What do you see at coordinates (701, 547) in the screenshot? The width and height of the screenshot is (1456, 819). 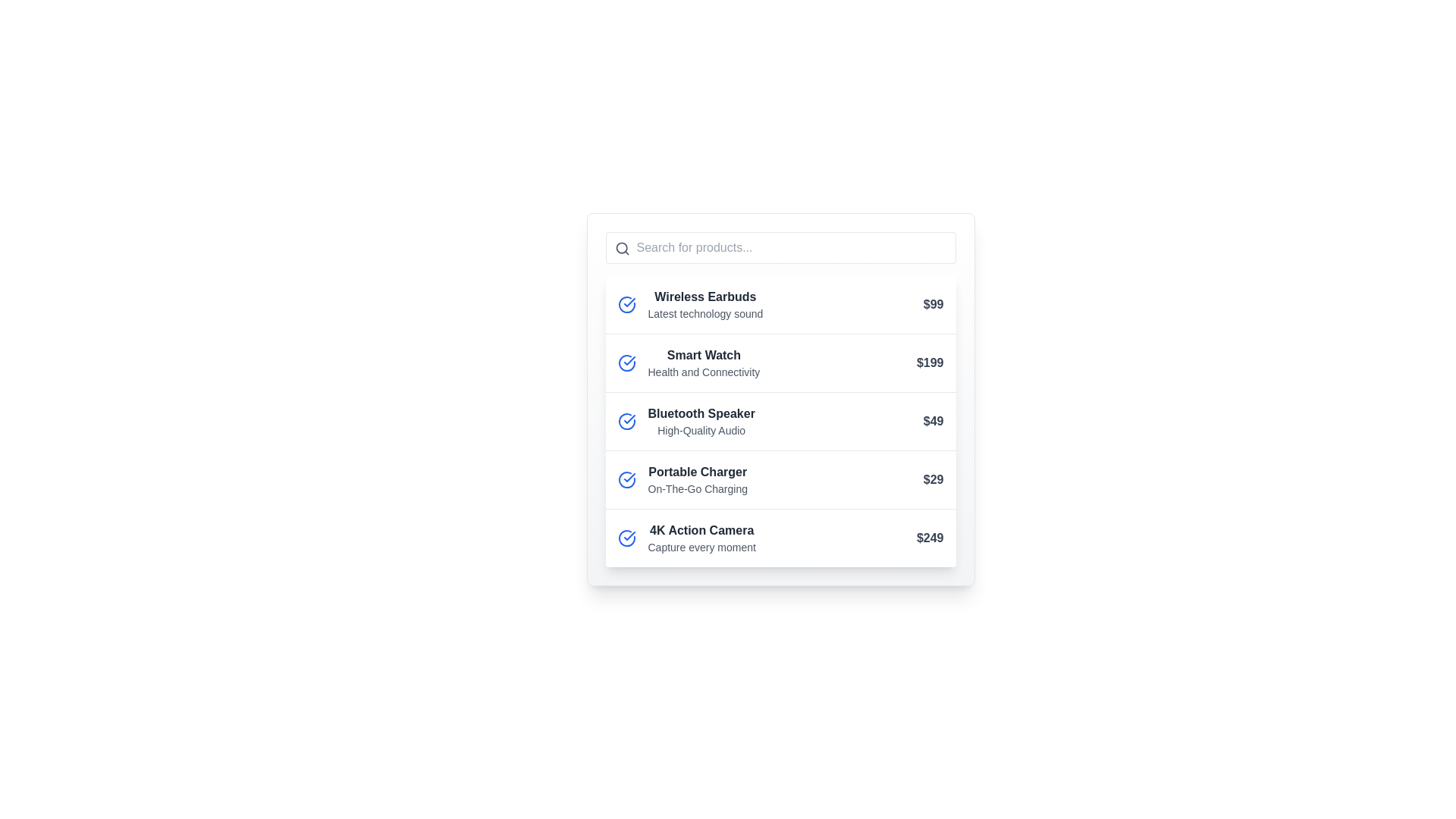 I see `the Text Label providing additional descriptive information for the product title '4K Action Camera', positioned below and aligned to the left of it` at bounding box center [701, 547].